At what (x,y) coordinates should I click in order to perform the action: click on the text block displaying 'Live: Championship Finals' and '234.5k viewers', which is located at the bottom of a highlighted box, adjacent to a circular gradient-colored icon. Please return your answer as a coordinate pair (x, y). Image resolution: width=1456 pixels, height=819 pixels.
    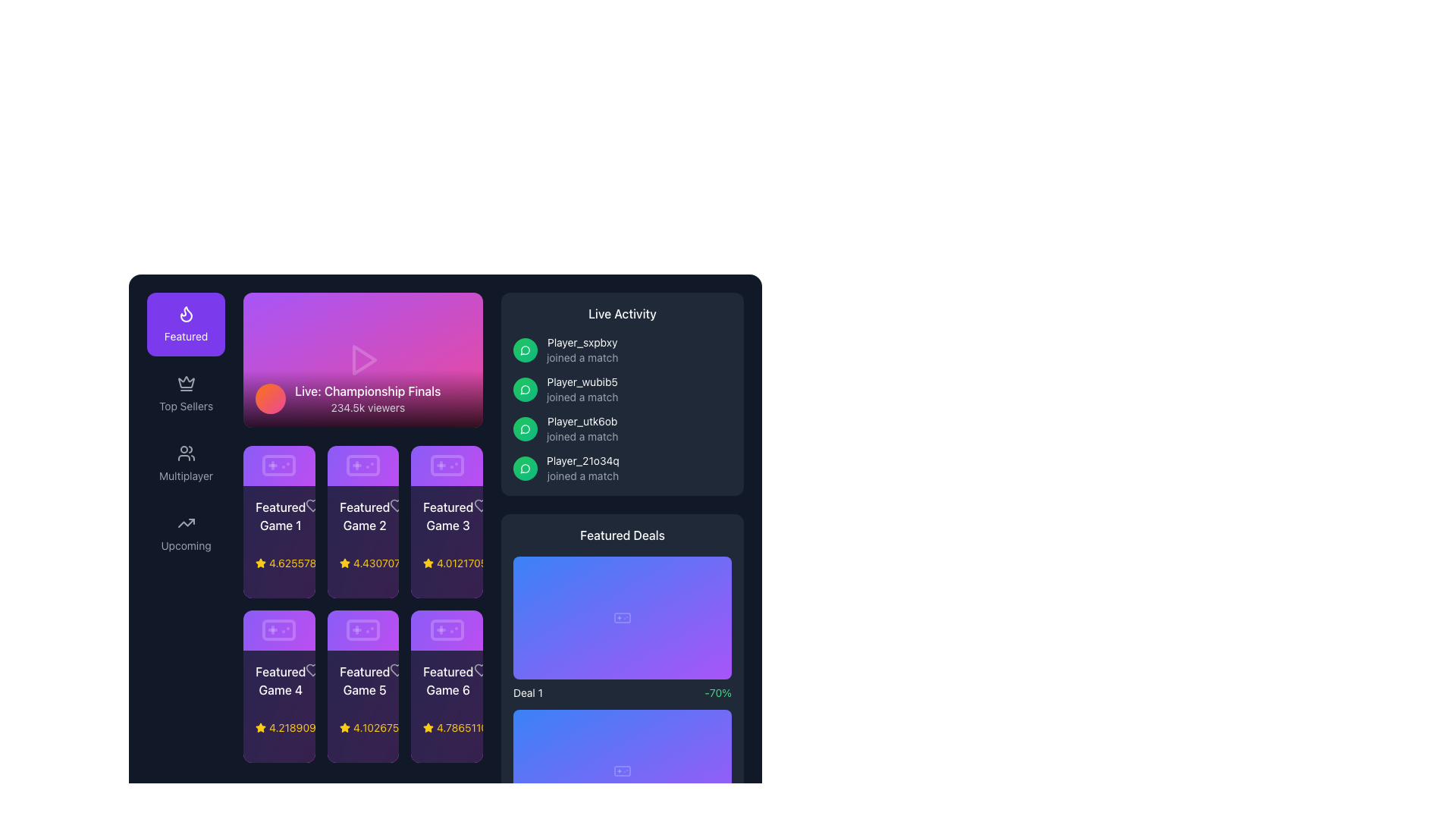
    Looking at the image, I should click on (362, 397).